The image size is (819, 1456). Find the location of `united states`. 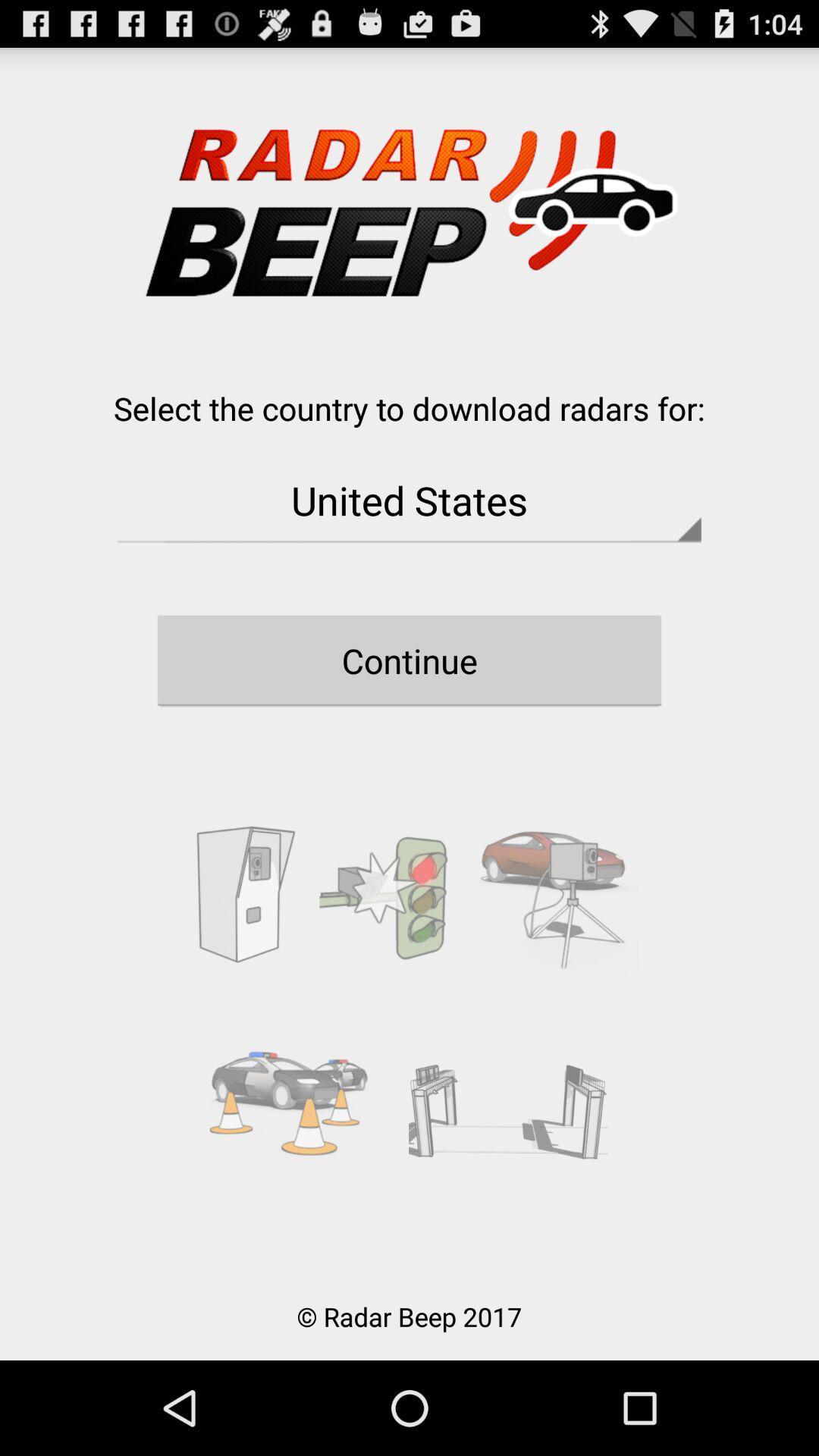

united states is located at coordinates (409, 500).